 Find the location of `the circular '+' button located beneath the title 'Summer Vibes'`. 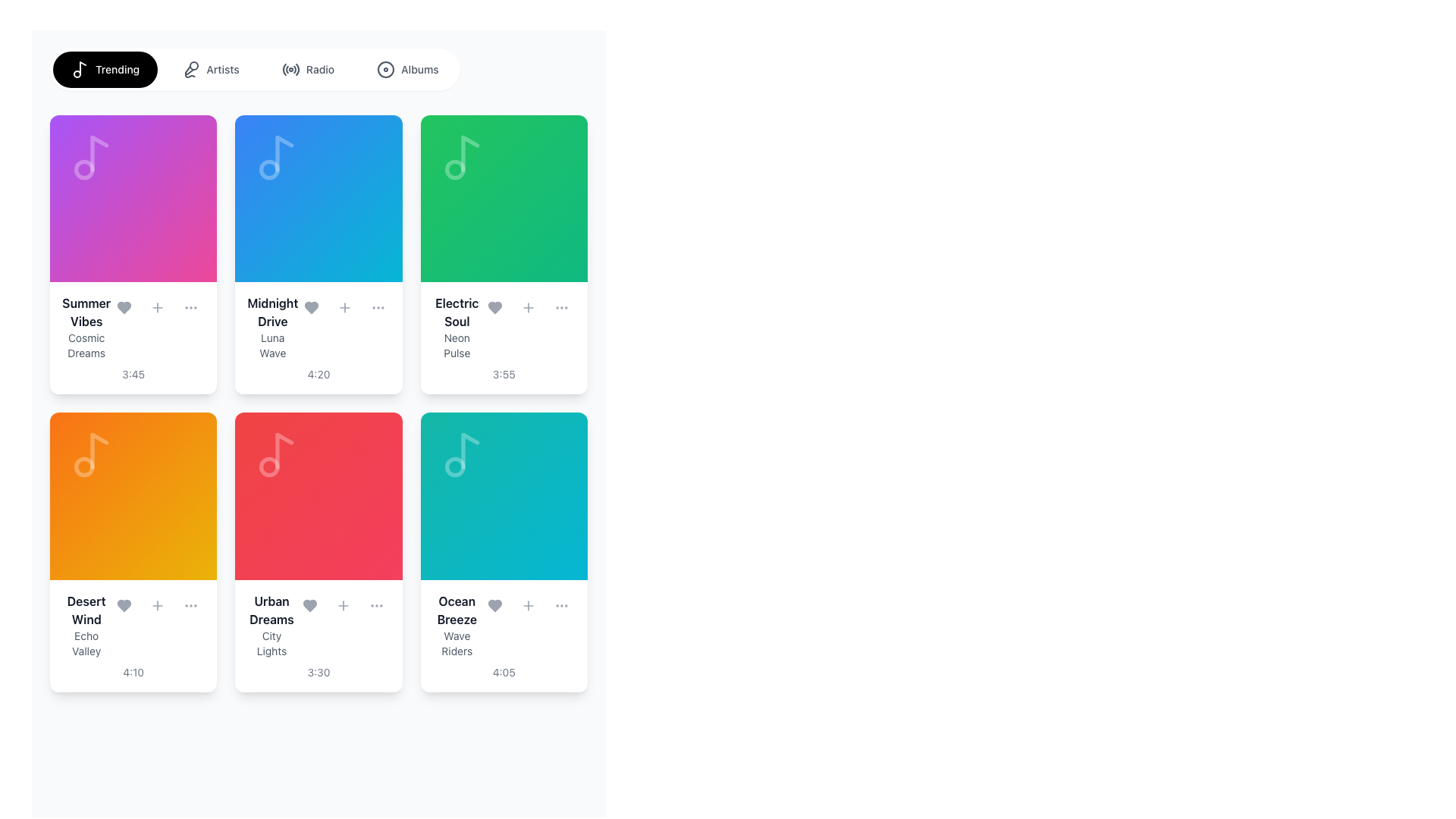

the circular '+' button located beneath the title 'Summer Vibes' is located at coordinates (158, 307).